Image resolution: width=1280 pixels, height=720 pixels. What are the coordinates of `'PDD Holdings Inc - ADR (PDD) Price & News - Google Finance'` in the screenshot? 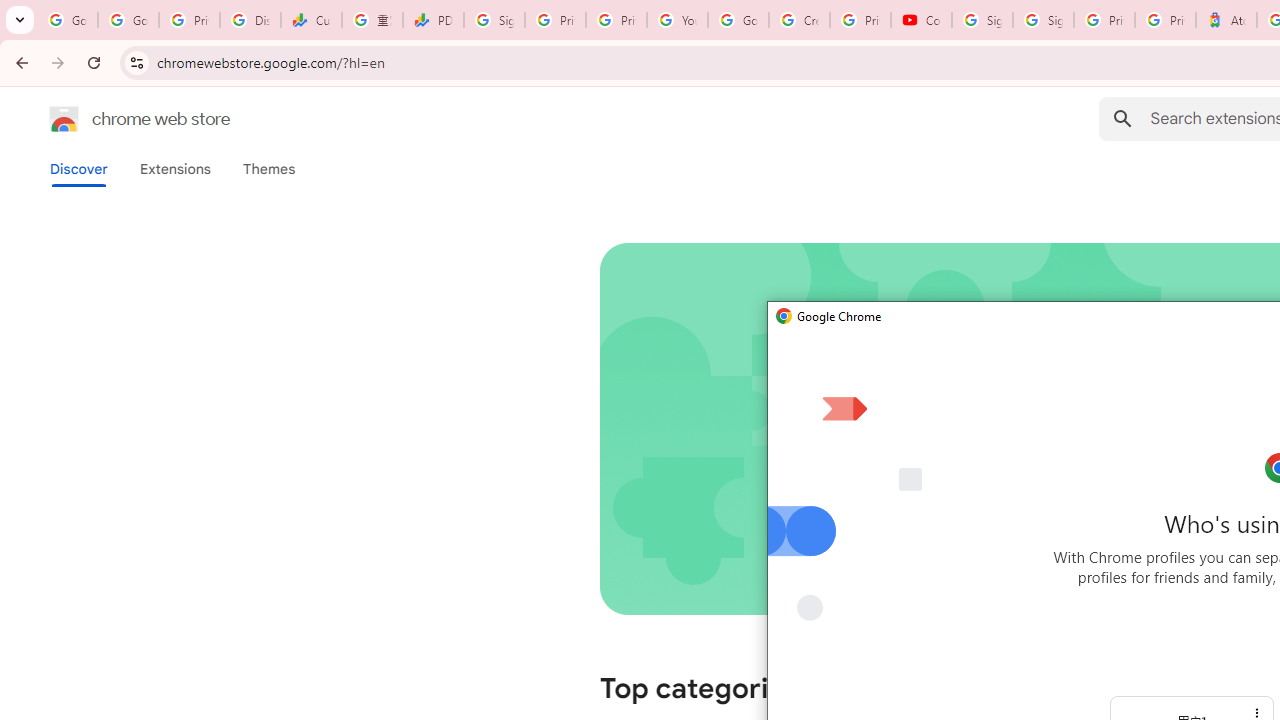 It's located at (432, 20).